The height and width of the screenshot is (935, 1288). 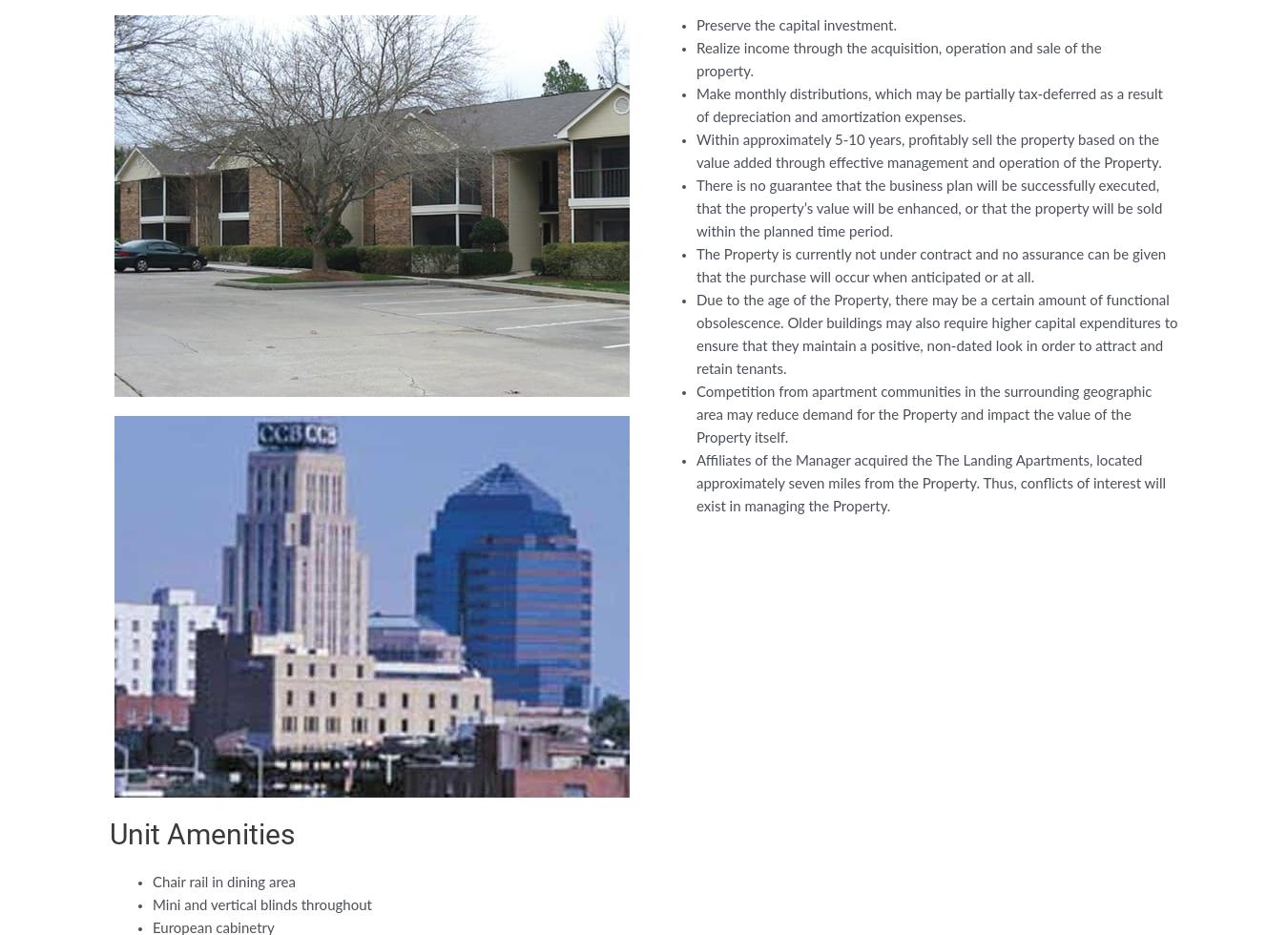 What do you see at coordinates (930, 484) in the screenshot?
I see `'Affiliates of the Manager acquired the The Landing Apartments, located approximately seven miles from the Property. Thus, conflicts of interest will exist in managing the Property.'` at bounding box center [930, 484].